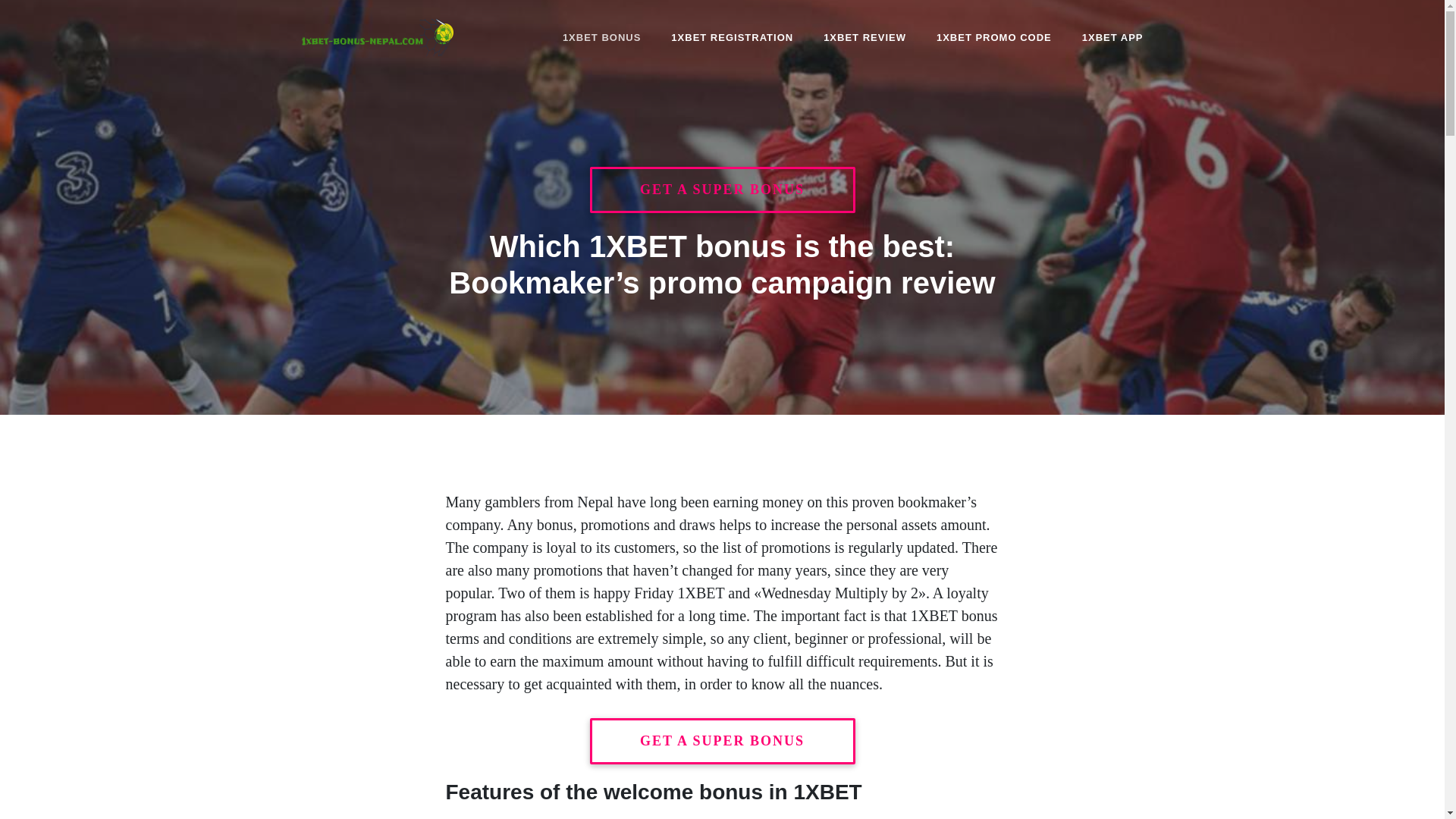 This screenshot has height=819, width=1456. I want to click on '1XBET REVIEW', so click(864, 36).